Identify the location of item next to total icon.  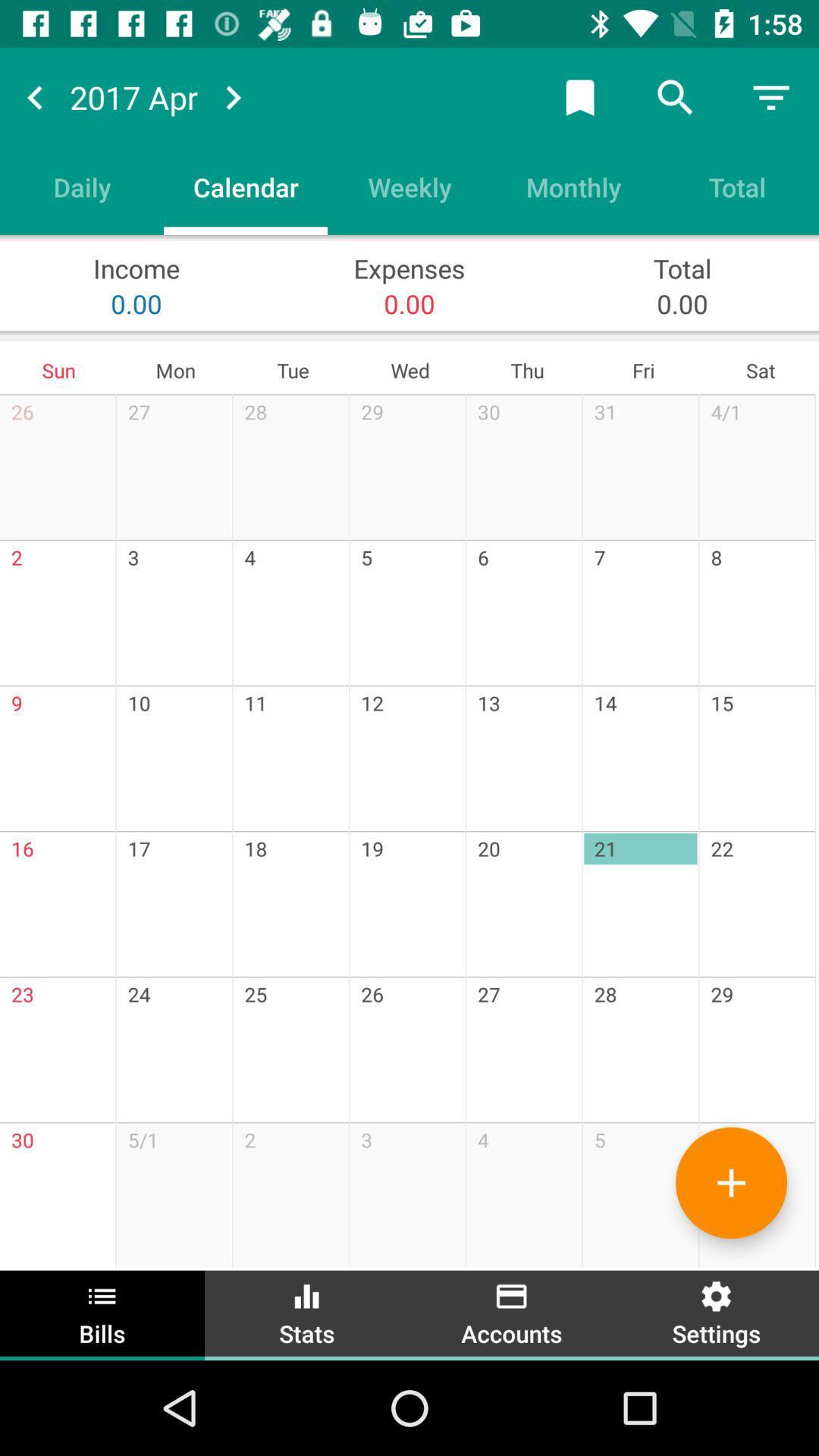
(573, 186).